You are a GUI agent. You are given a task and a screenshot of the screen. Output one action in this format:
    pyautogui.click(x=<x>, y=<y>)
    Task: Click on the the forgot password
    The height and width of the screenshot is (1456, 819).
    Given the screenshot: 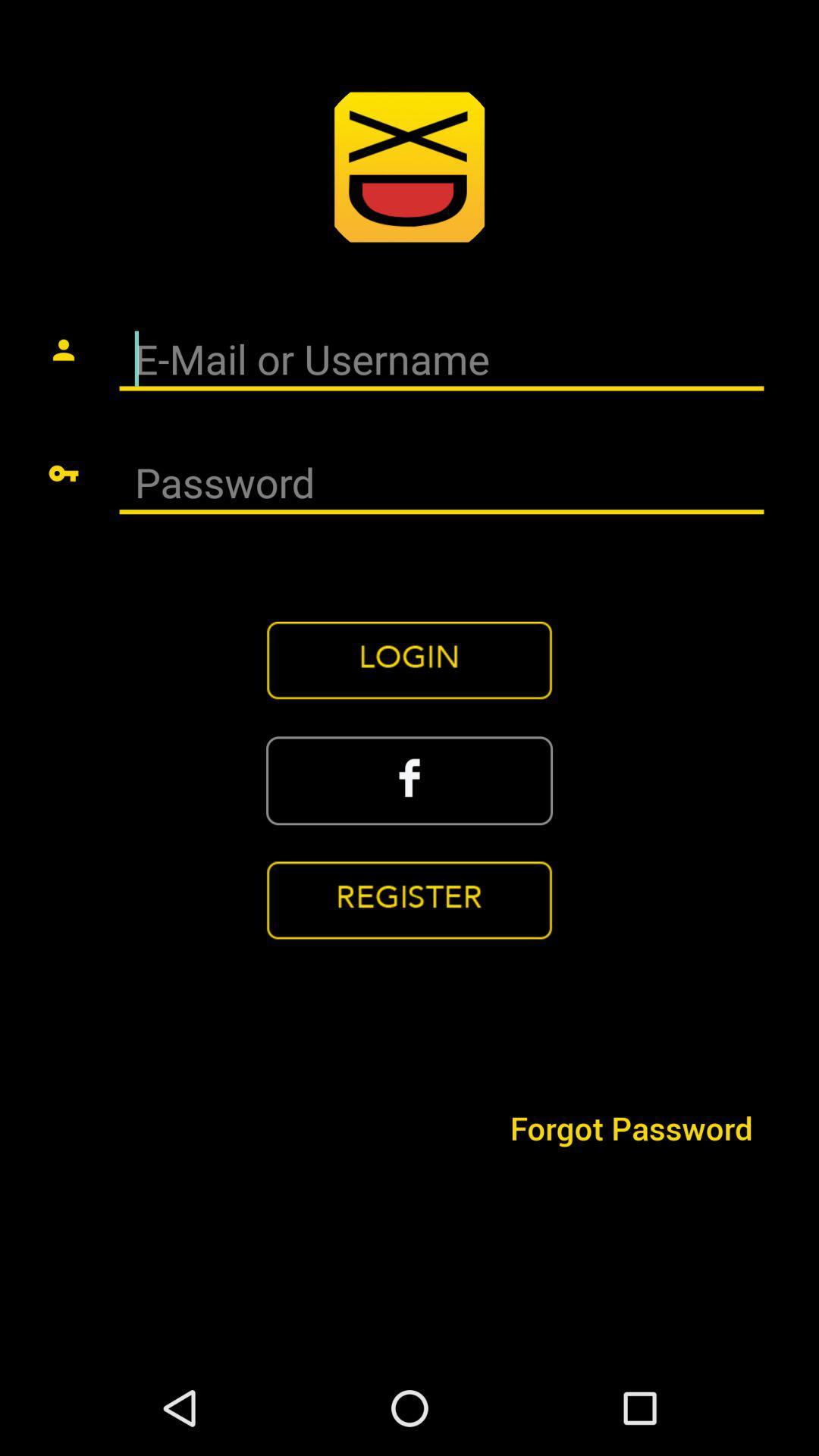 What is the action you would take?
    pyautogui.click(x=631, y=1128)
    